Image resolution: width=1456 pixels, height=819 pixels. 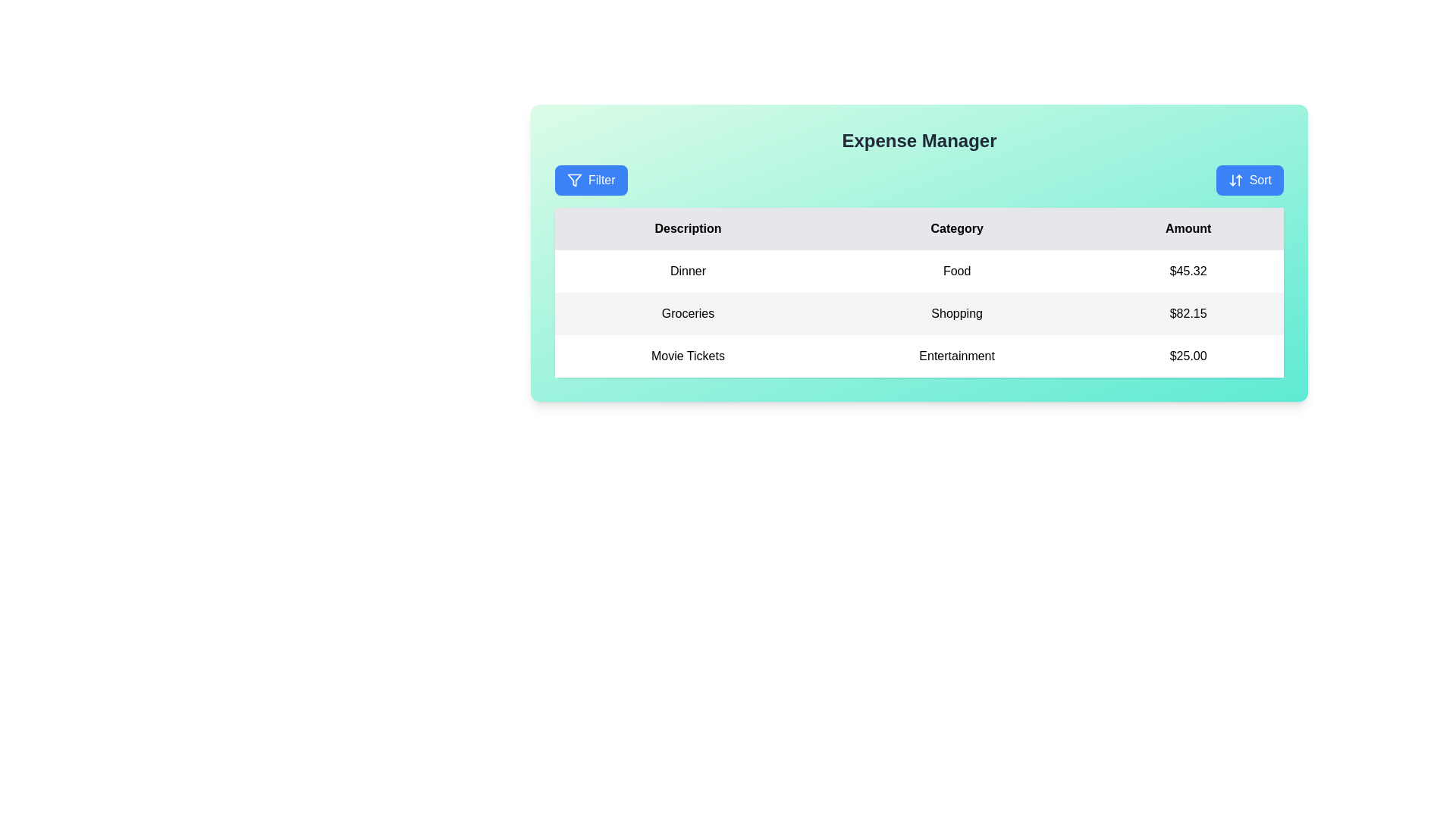 I want to click on the Static text element displaying 'Food' in the second position under the 'Category' column in the first row of the table, so click(x=956, y=271).